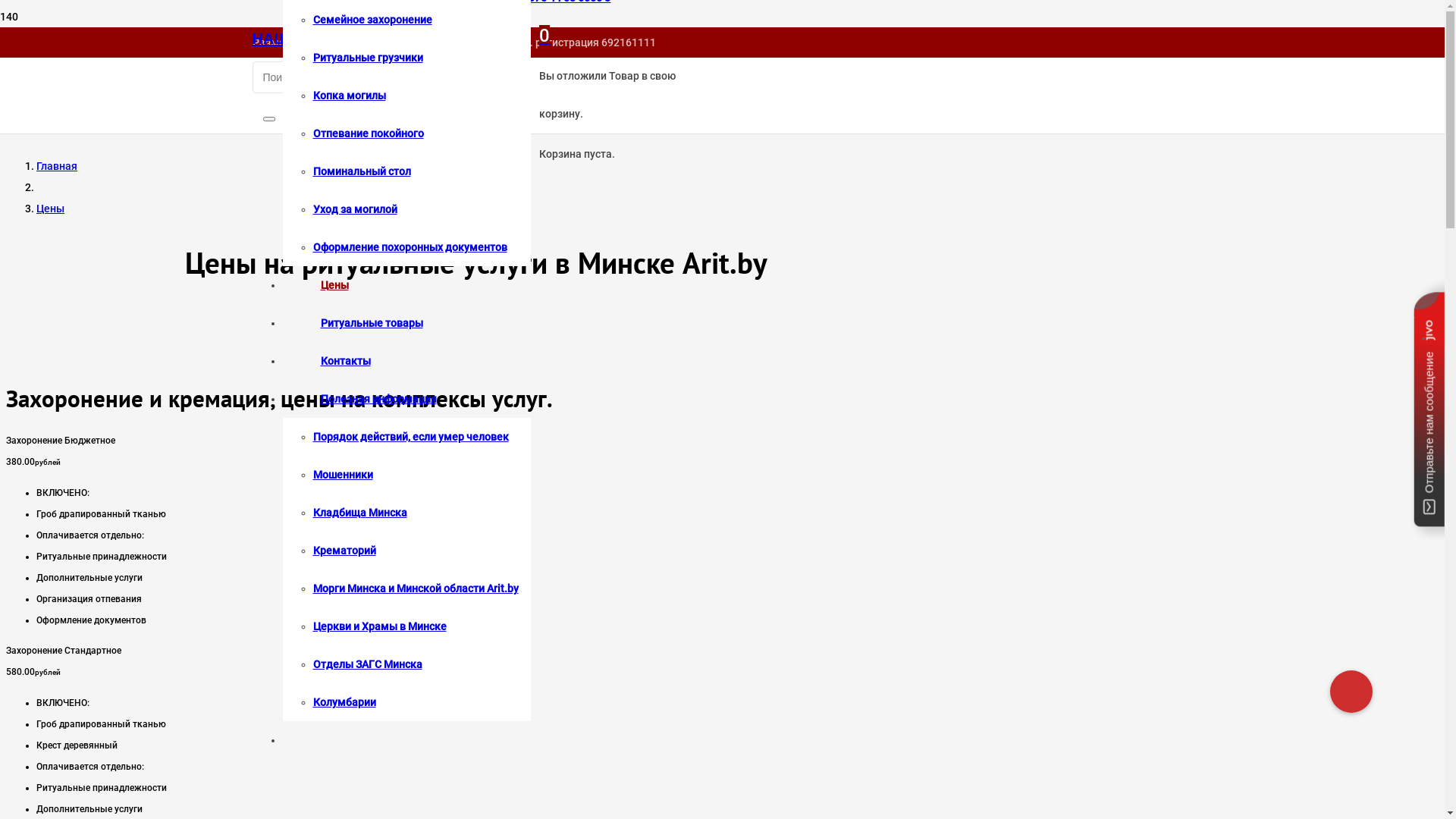 The image size is (1456, 819). Describe the element at coordinates (544, 34) in the screenshot. I see `'0'` at that location.